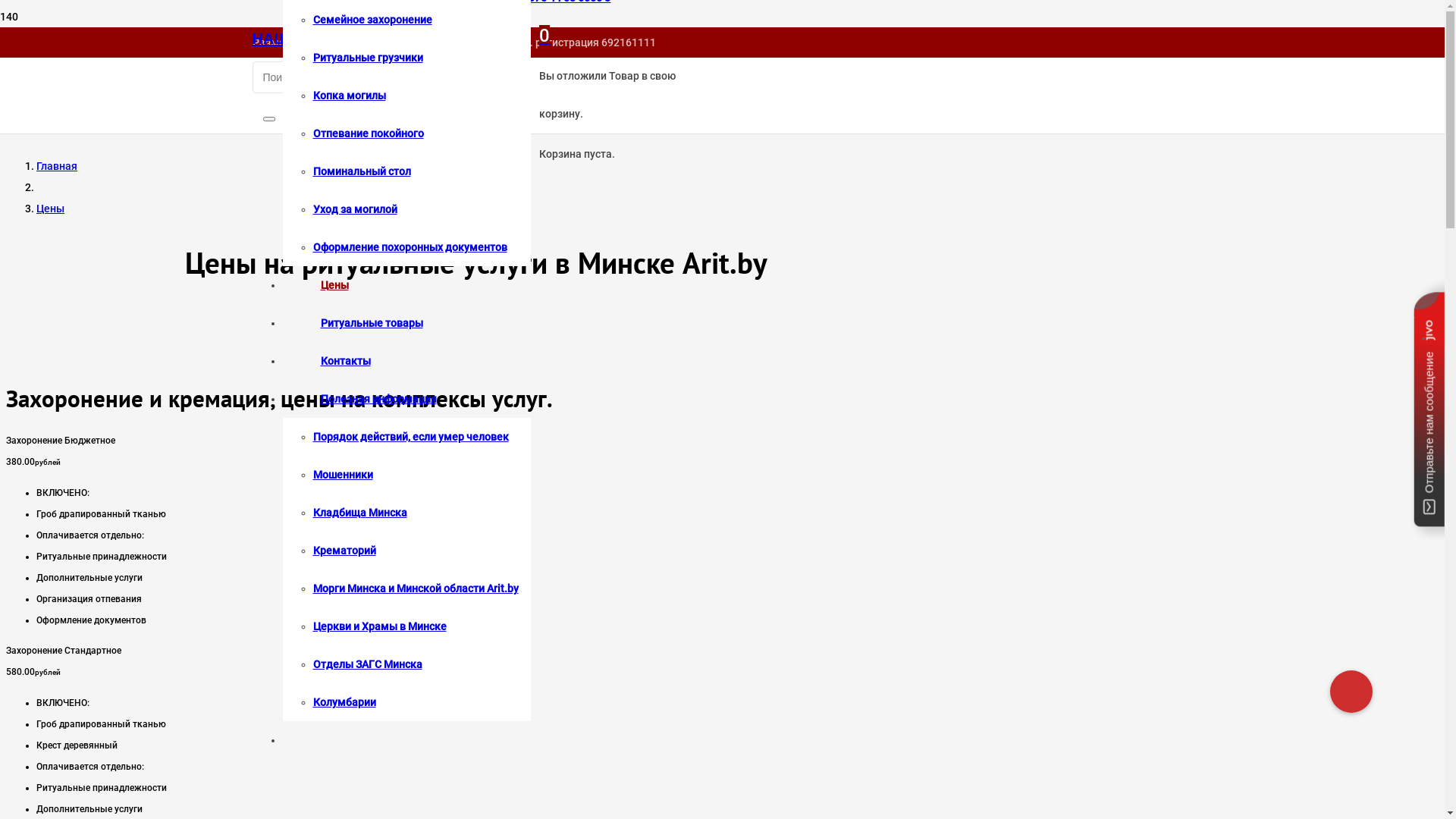 The image size is (1456, 819). Describe the element at coordinates (544, 34) in the screenshot. I see `'0'` at that location.